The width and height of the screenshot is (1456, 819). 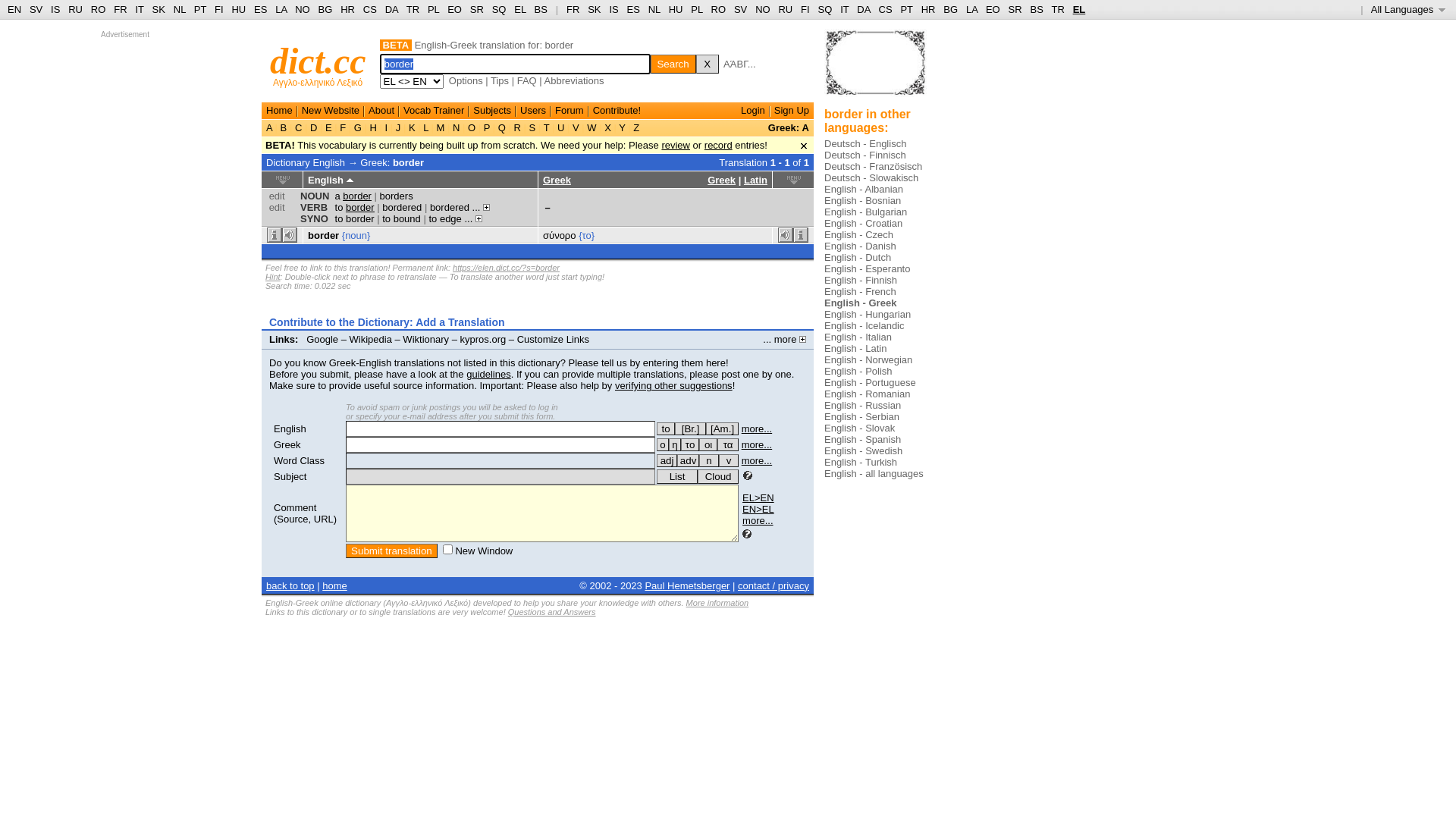 What do you see at coordinates (860, 461) in the screenshot?
I see `'English - Turkish'` at bounding box center [860, 461].